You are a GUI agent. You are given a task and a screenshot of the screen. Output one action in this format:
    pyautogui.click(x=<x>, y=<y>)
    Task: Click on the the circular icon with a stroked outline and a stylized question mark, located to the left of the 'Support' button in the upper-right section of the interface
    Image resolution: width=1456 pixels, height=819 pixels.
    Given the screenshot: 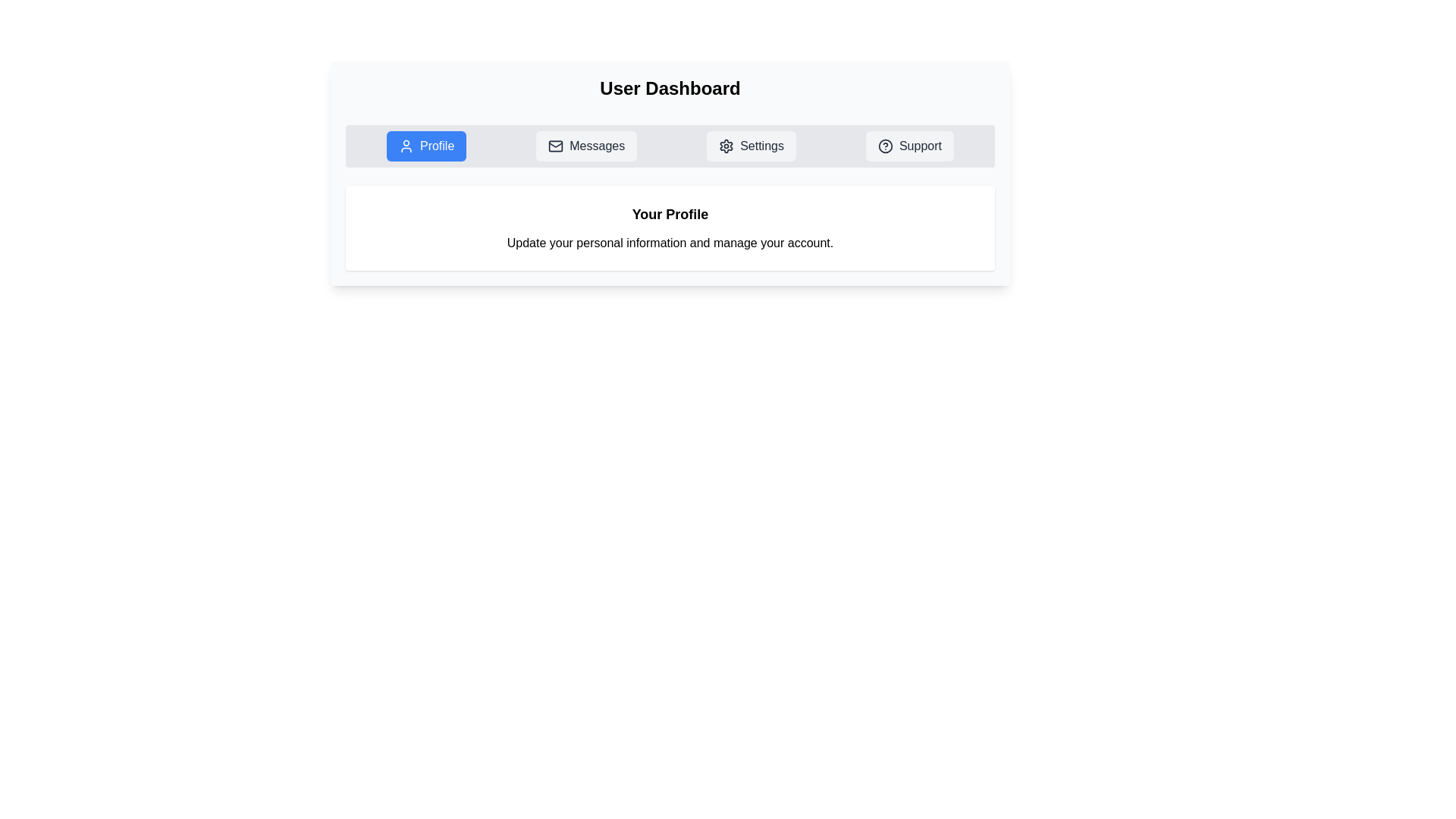 What is the action you would take?
    pyautogui.click(x=885, y=146)
    